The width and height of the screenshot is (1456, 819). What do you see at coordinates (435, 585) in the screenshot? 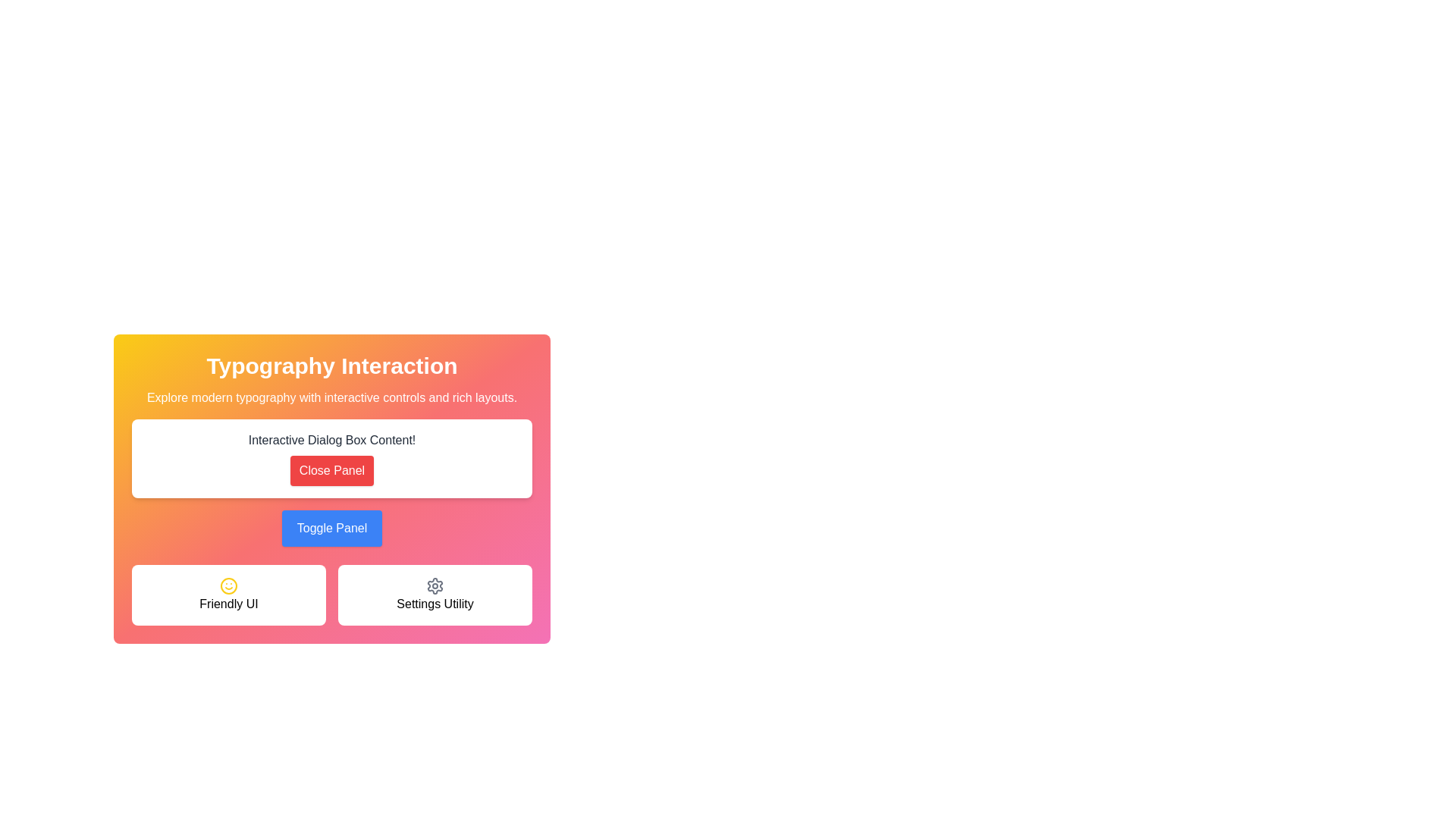
I see `the gear icon located near the bottom-right area of the interface under the 'Settings Utility' label` at bounding box center [435, 585].